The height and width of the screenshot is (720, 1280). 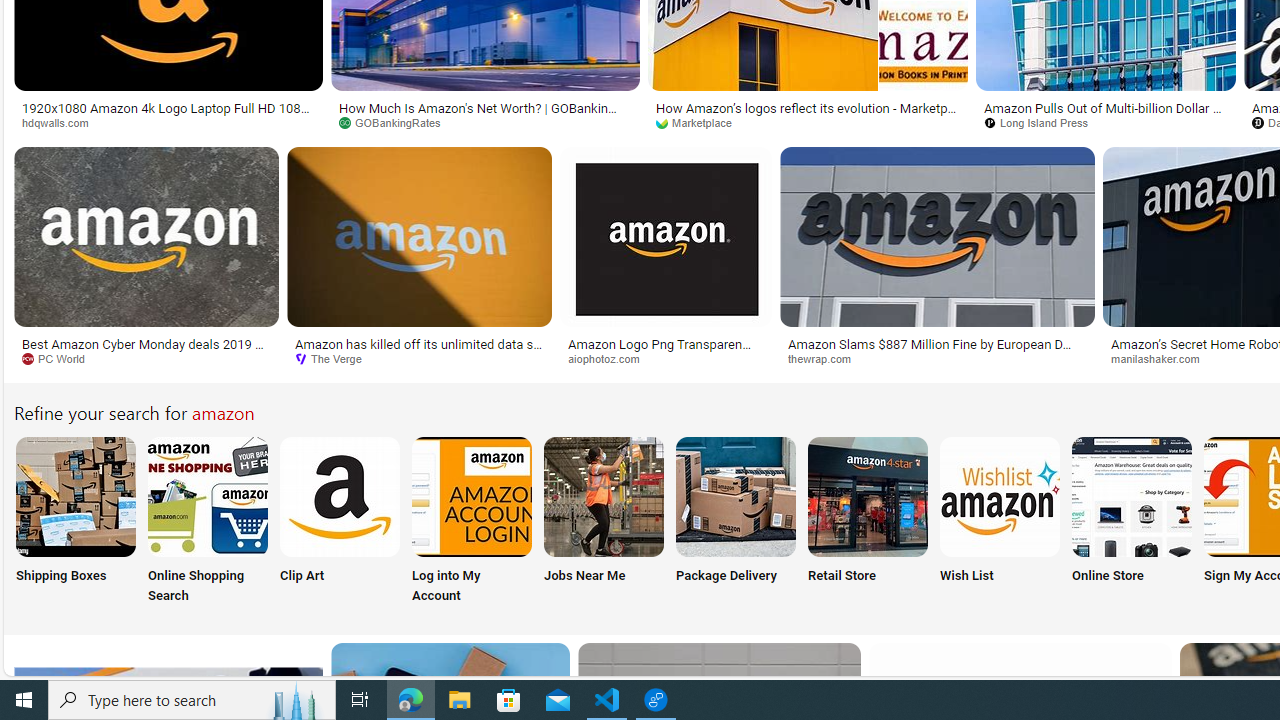 What do you see at coordinates (735, 495) in the screenshot?
I see `'Amazon Package Delivery'` at bounding box center [735, 495].